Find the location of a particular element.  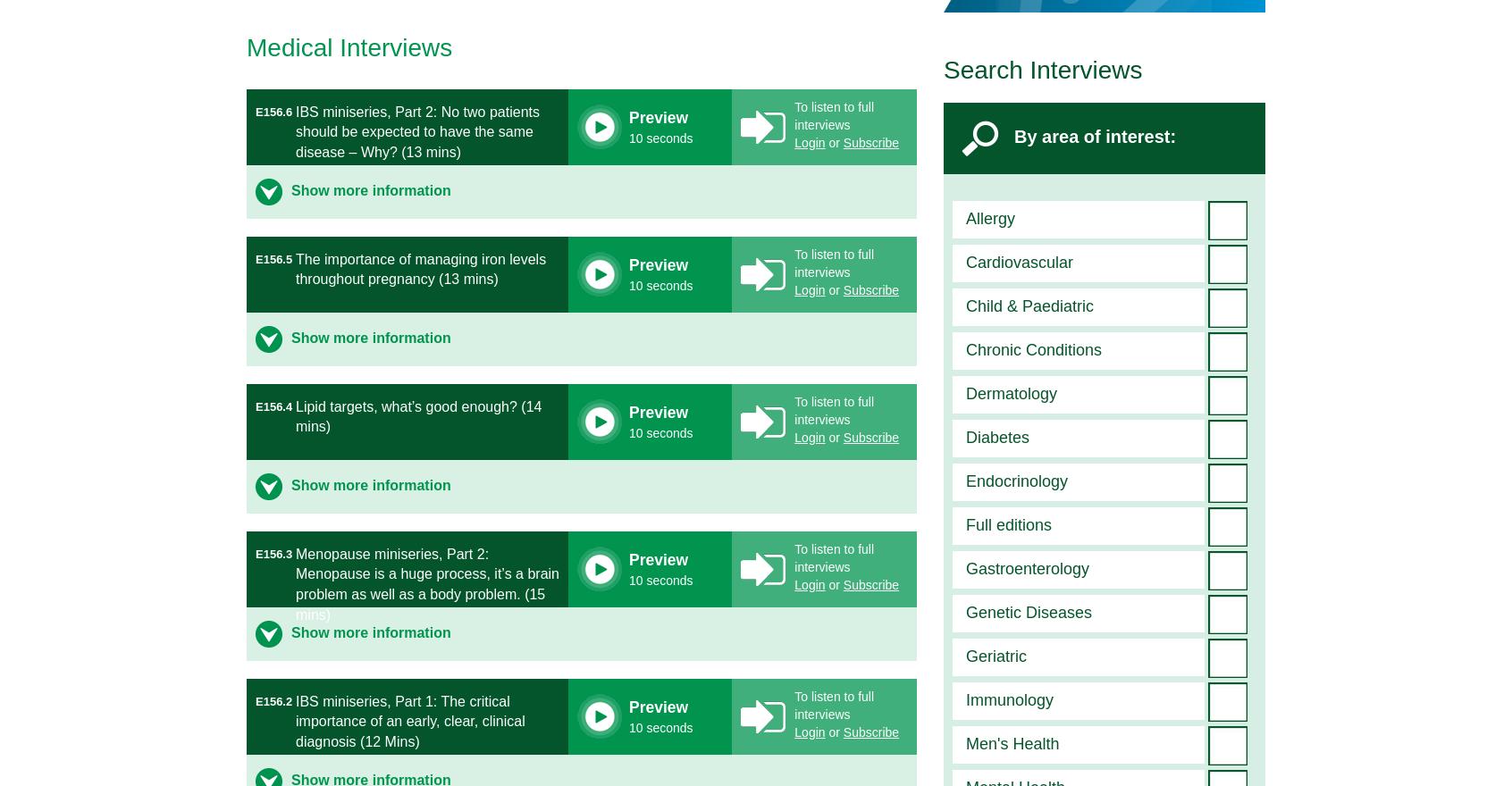

'IBS miniseries, Part 1: The critical importance of an early, clear, clinical diagnosis (12 Mins)' is located at coordinates (409, 720).